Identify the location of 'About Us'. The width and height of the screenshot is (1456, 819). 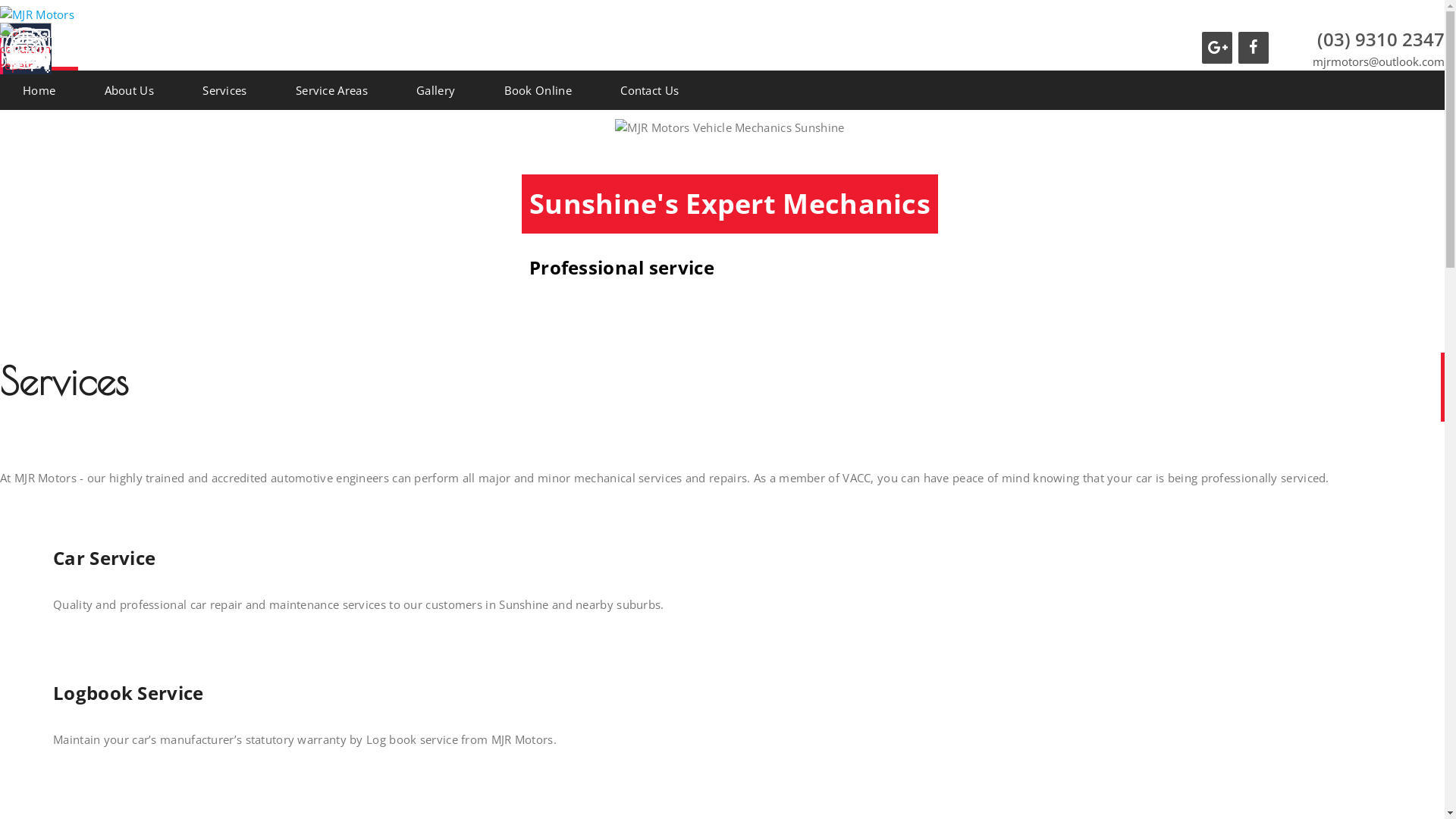
(81, 89).